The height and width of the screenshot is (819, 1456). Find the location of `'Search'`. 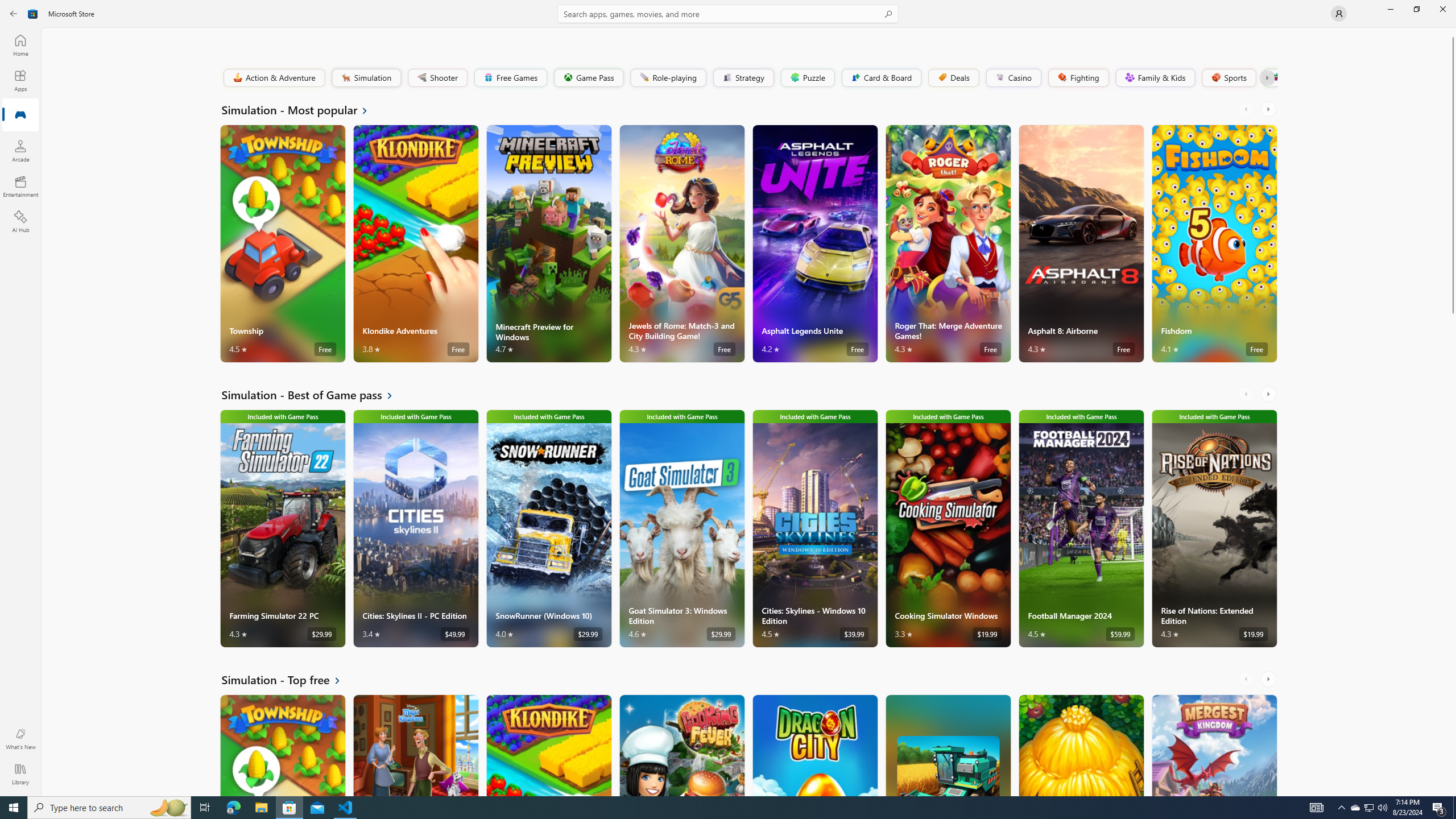

'Search' is located at coordinates (728, 13).